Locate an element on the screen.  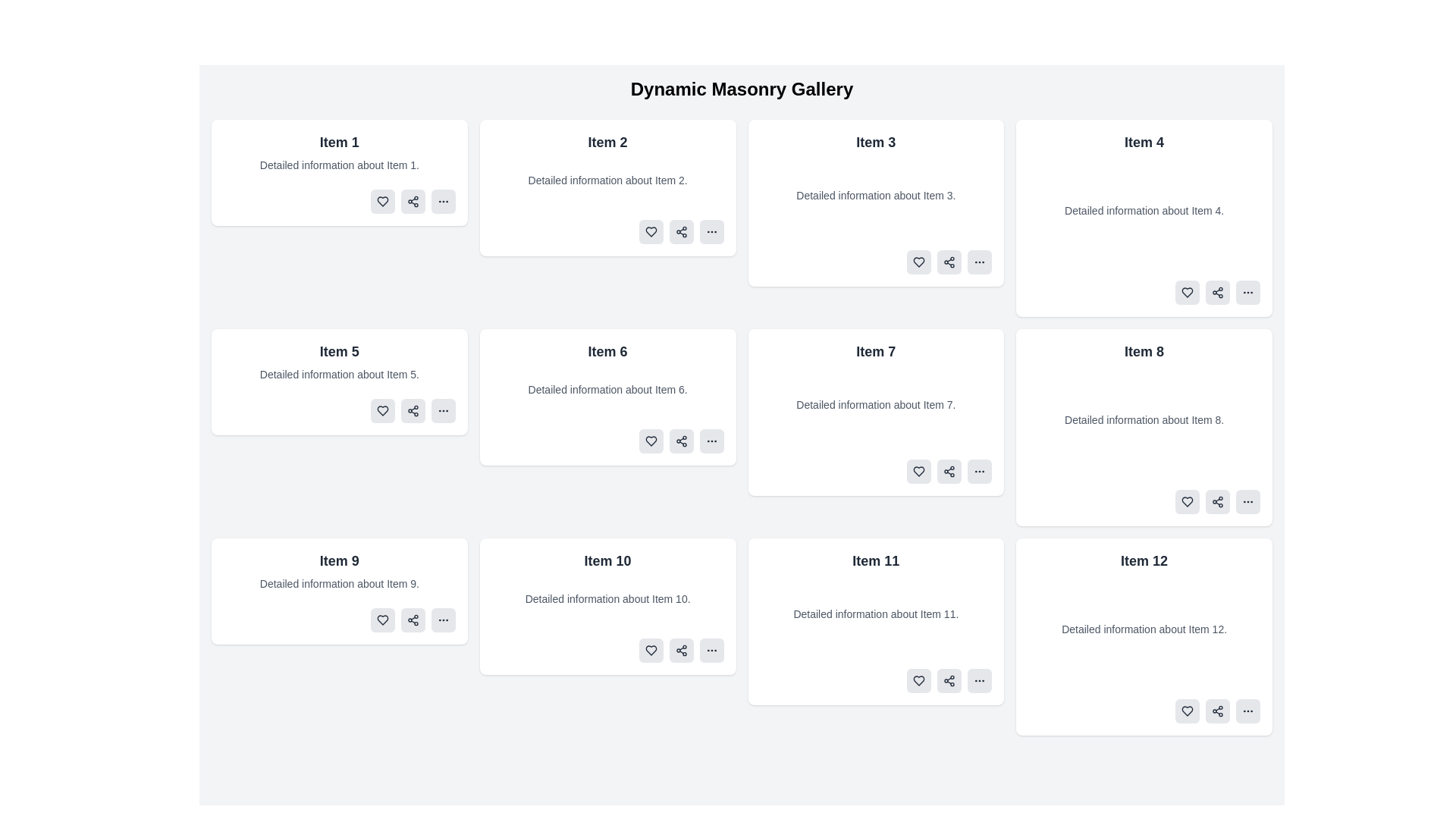
the 'like' icon located at the bottom-right corner of the 'Item 3' panel is located at coordinates (918, 262).